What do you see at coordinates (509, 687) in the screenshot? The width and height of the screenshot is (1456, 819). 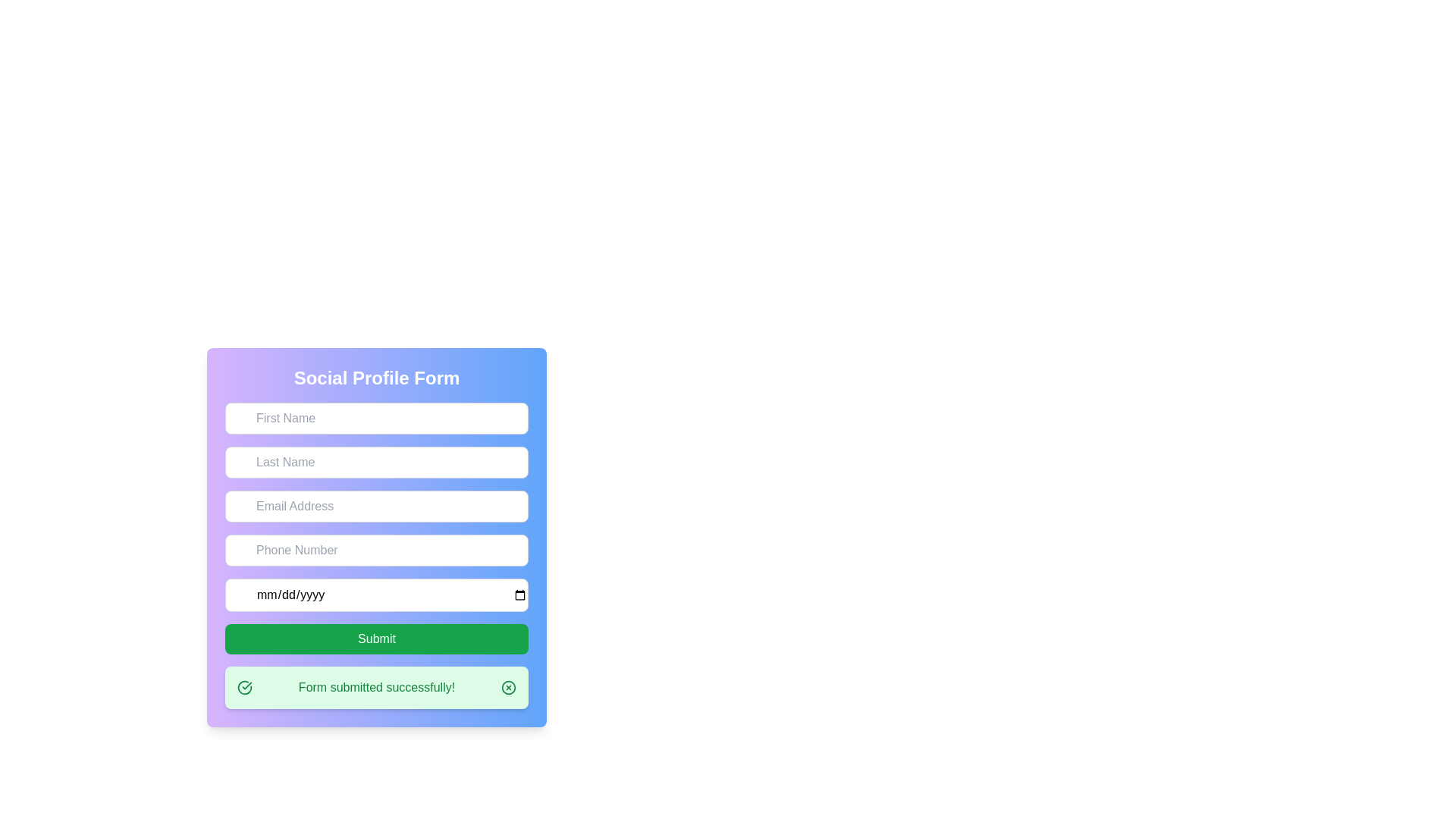 I see `the circular SVG graphical element with a green border and white center located in the success message bar at the bottom of the form` at bounding box center [509, 687].